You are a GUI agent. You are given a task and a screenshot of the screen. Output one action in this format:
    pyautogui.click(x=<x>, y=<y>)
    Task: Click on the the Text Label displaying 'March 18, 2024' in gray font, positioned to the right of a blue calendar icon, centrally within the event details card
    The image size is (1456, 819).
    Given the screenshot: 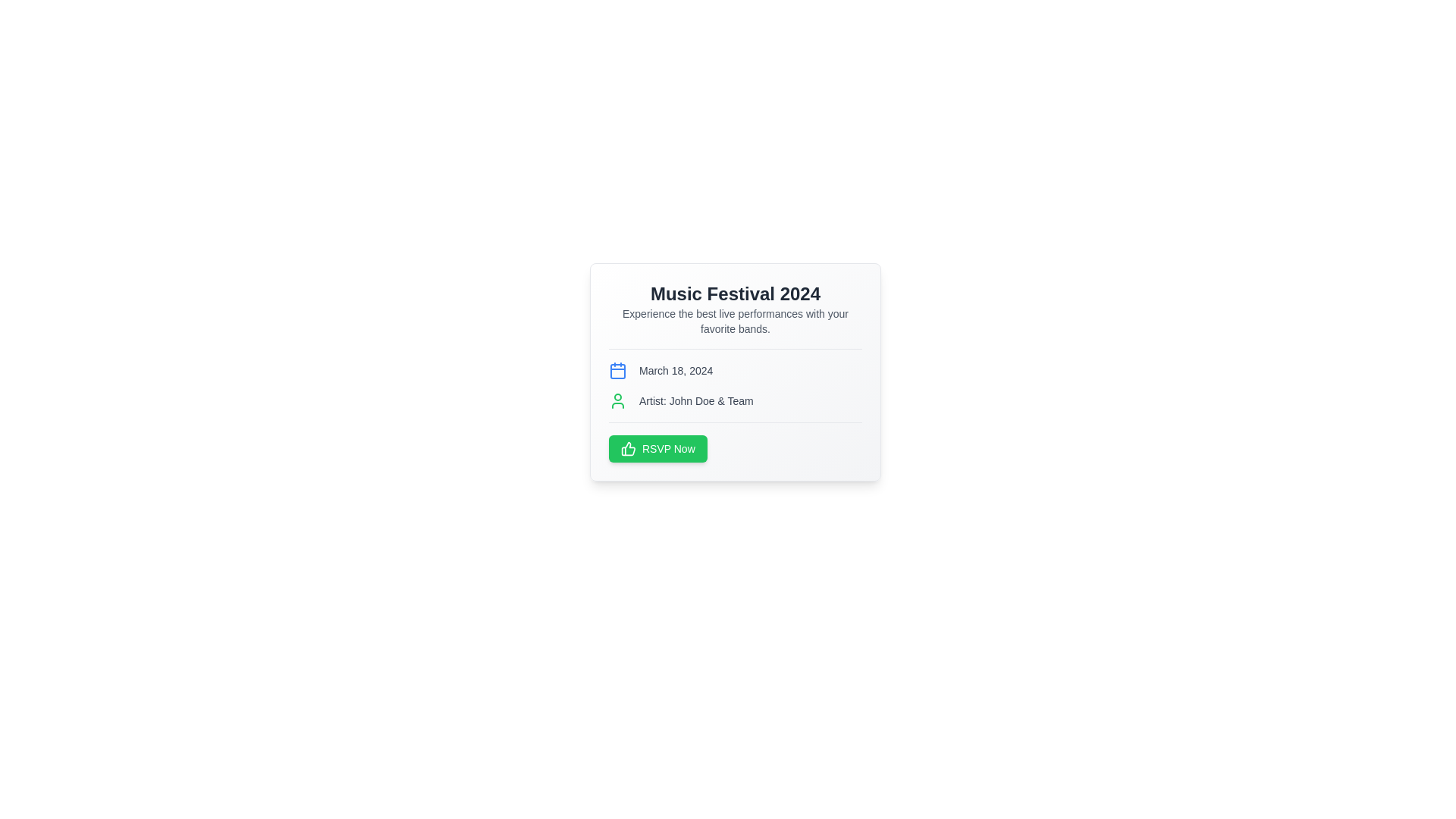 What is the action you would take?
    pyautogui.click(x=675, y=371)
    